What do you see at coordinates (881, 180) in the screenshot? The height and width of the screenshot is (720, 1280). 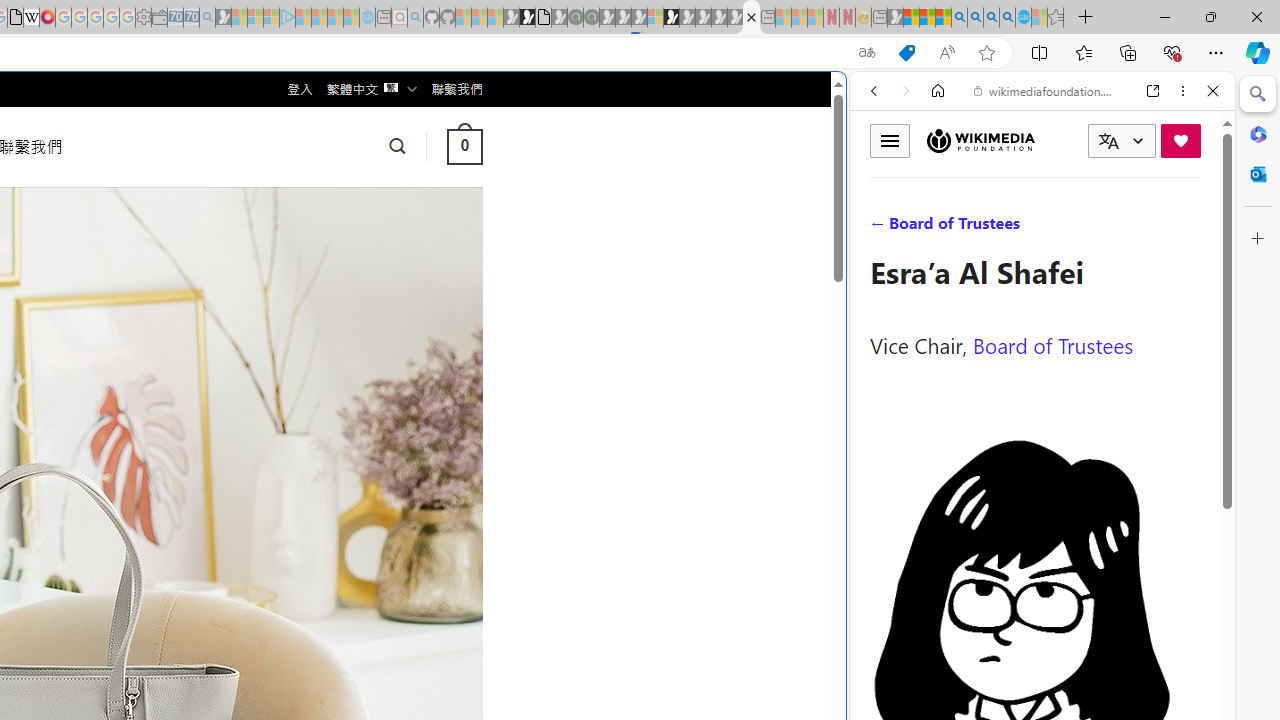 I see `'Web scope'` at bounding box center [881, 180].